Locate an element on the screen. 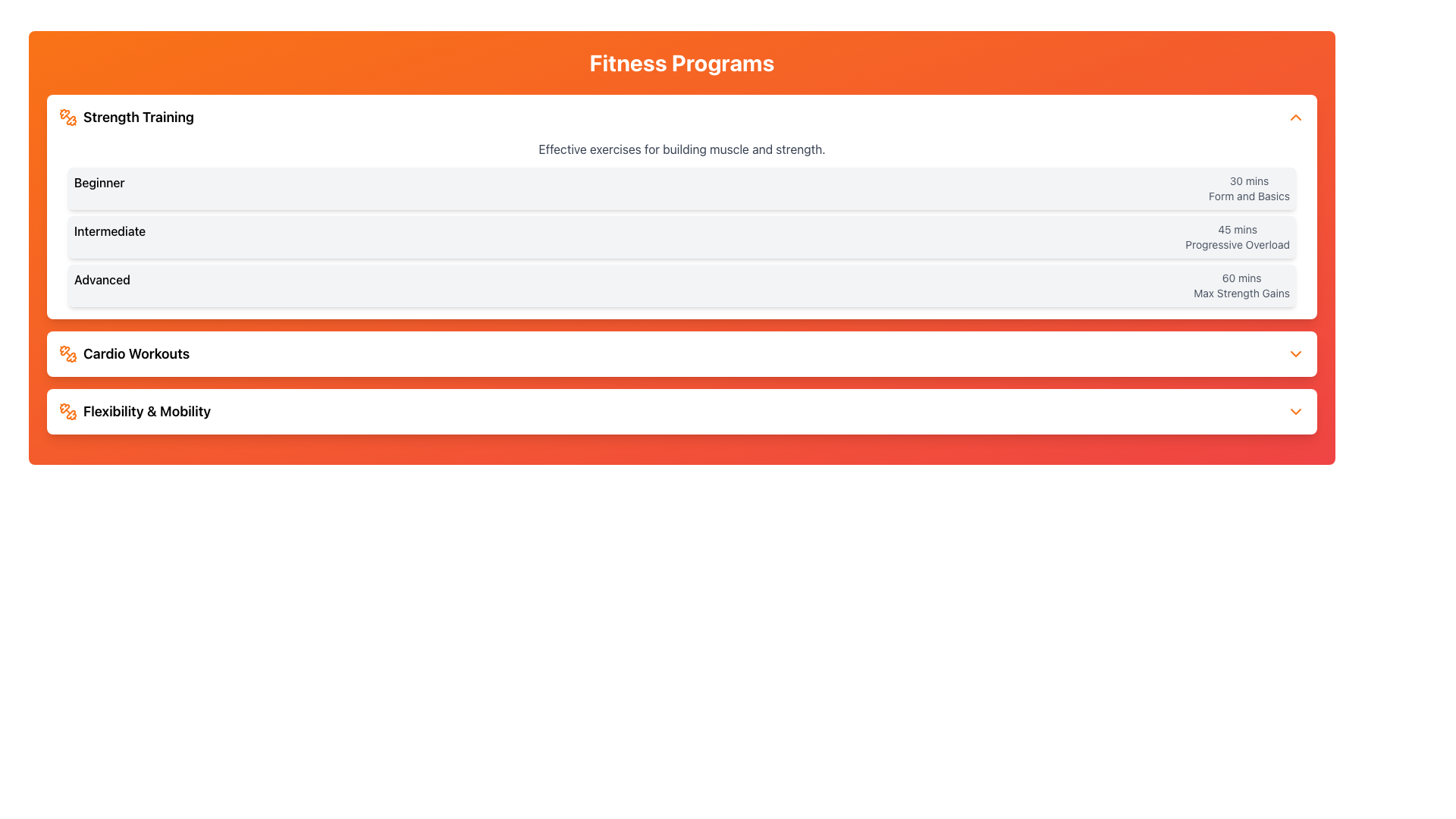 The image size is (1456, 819). the static text label displaying '30 mins' in gray color, located in the 'Strength Training' section, above 'Form and Basics' is located at coordinates (1249, 180).